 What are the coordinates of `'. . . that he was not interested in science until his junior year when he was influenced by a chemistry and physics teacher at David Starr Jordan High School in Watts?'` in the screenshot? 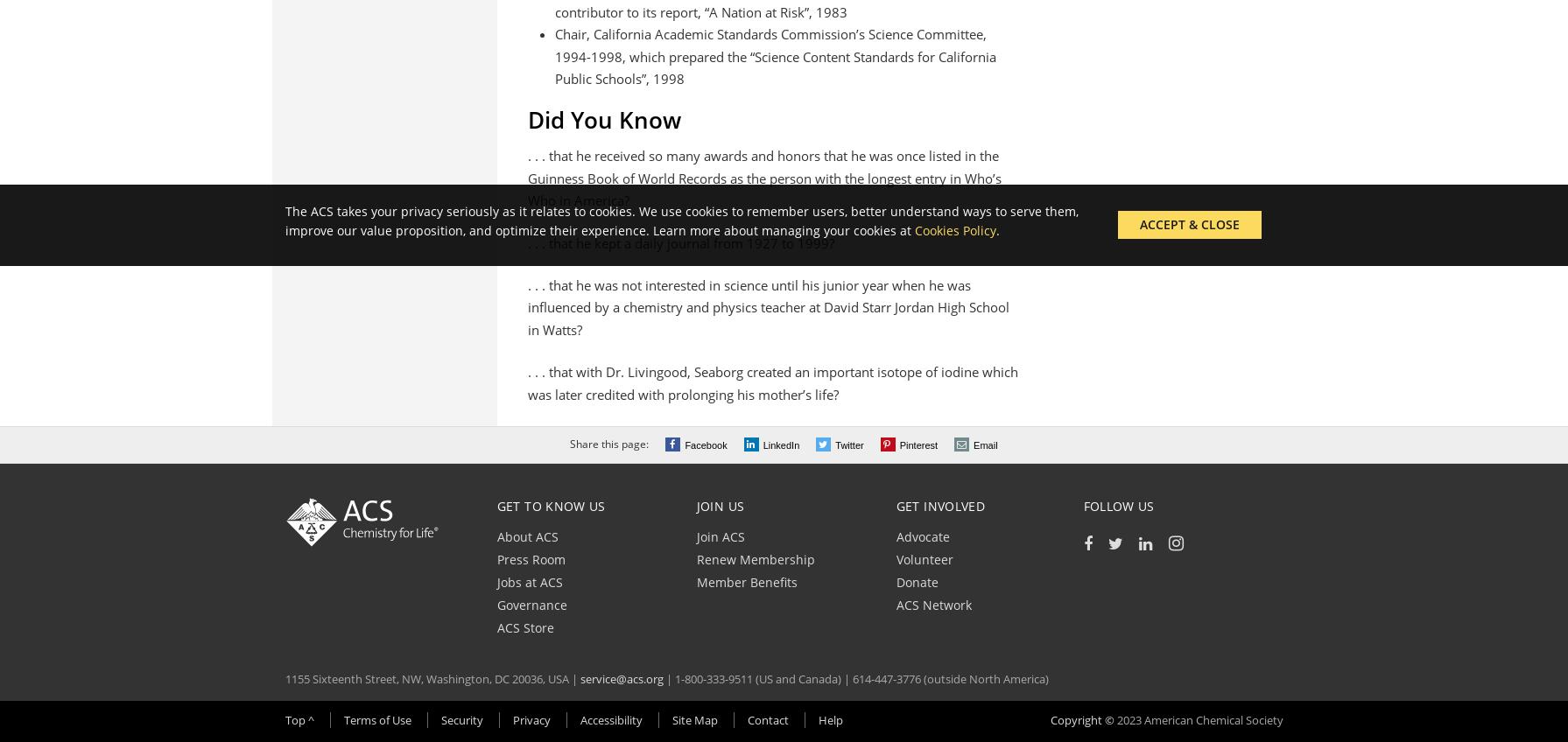 It's located at (528, 305).